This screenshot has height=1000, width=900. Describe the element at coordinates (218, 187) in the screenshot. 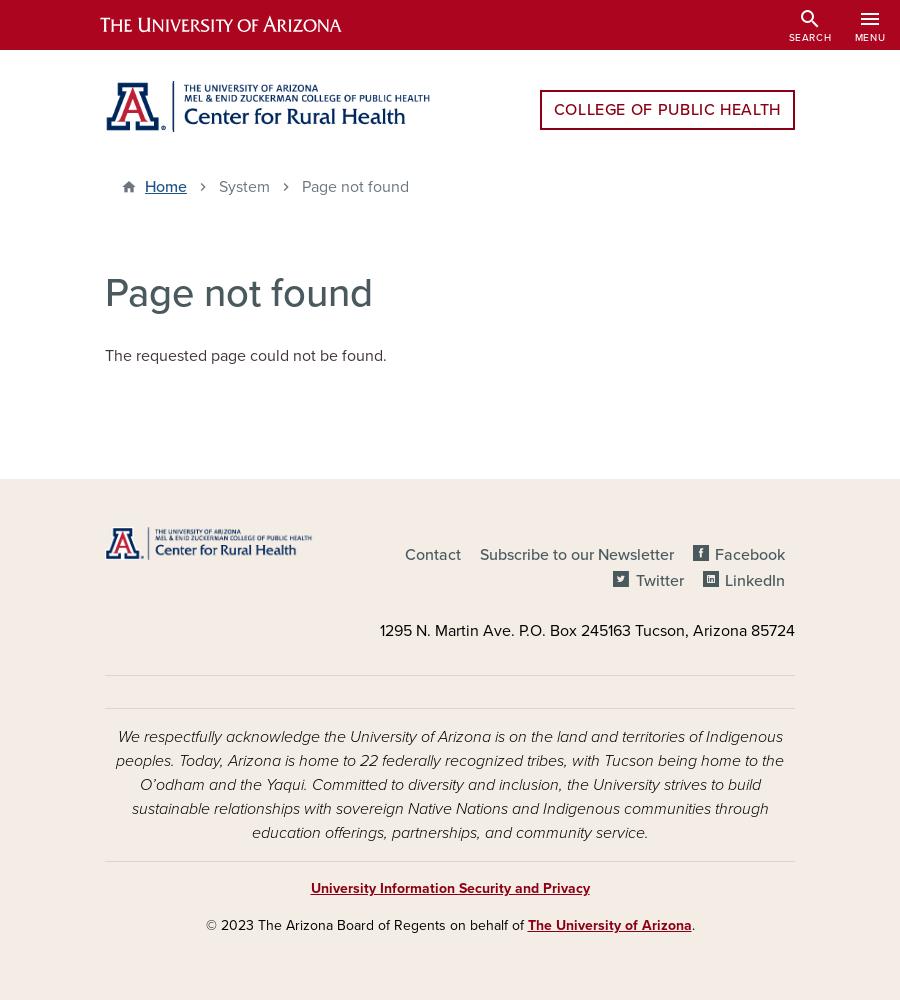

I see `'System'` at that location.